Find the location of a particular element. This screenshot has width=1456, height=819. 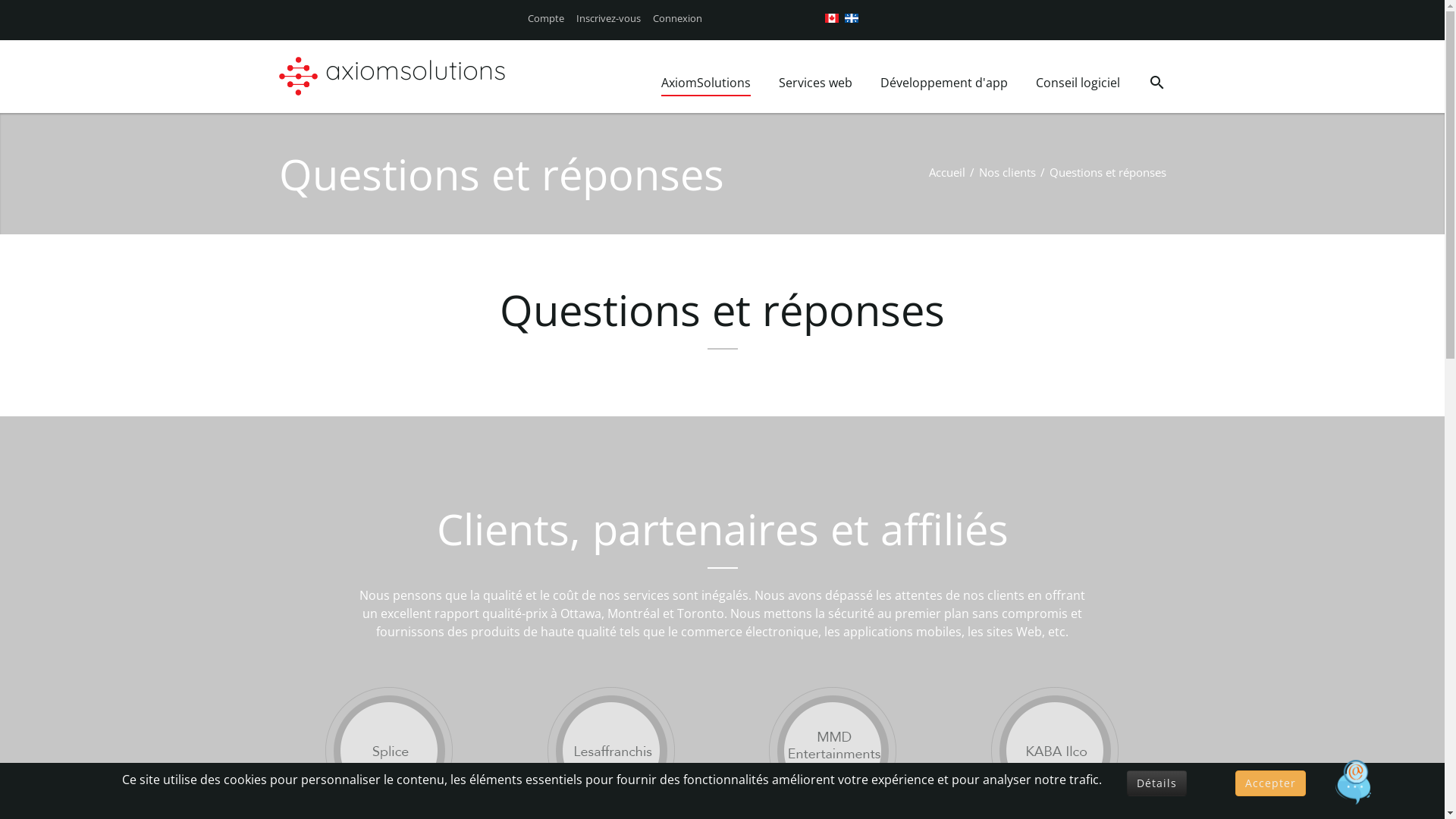

'Compte' is located at coordinates (546, 17).